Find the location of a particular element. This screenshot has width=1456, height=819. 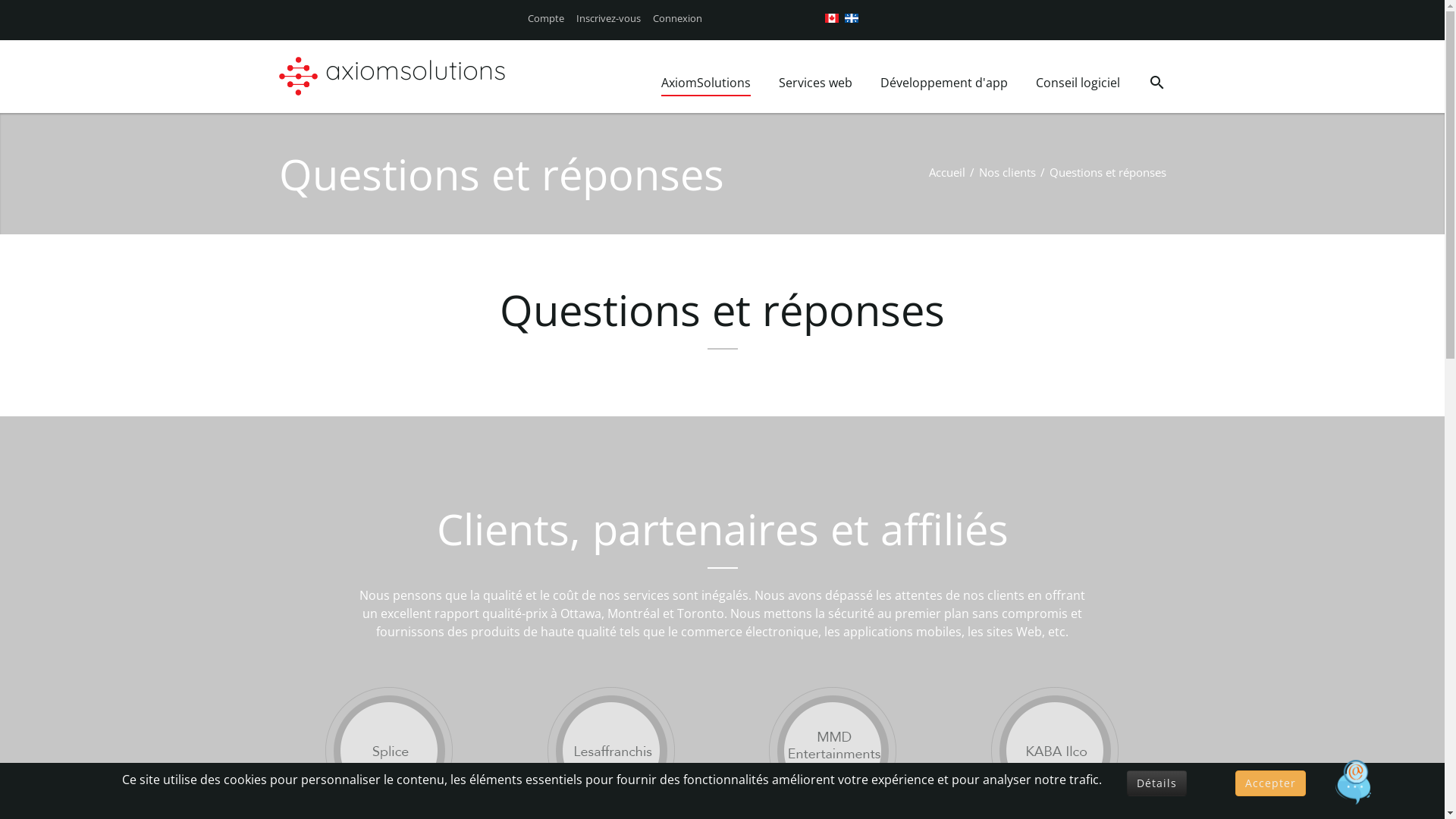

'Compte' is located at coordinates (546, 17).